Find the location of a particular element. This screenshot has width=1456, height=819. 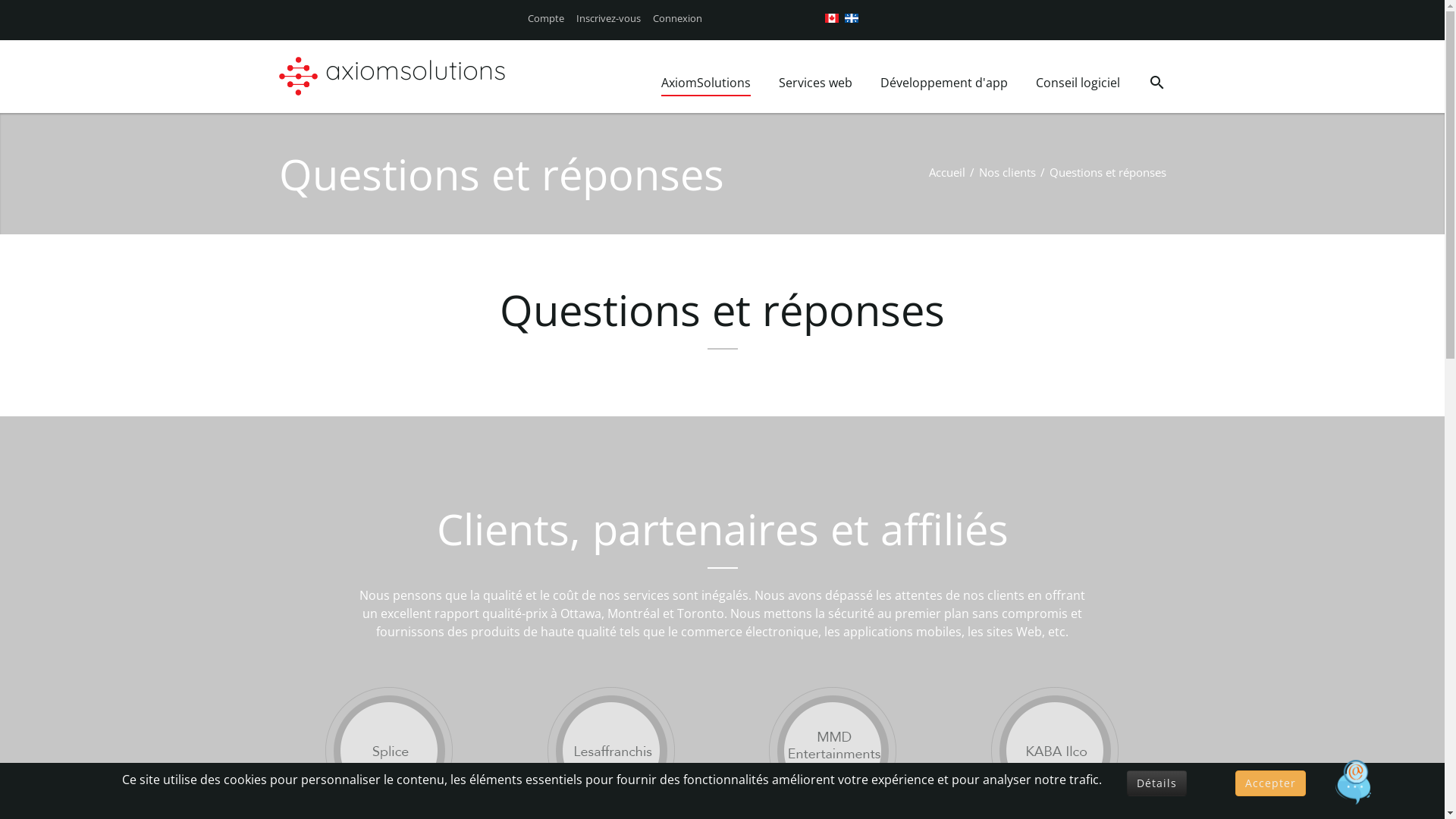

'Compte' is located at coordinates (546, 17).